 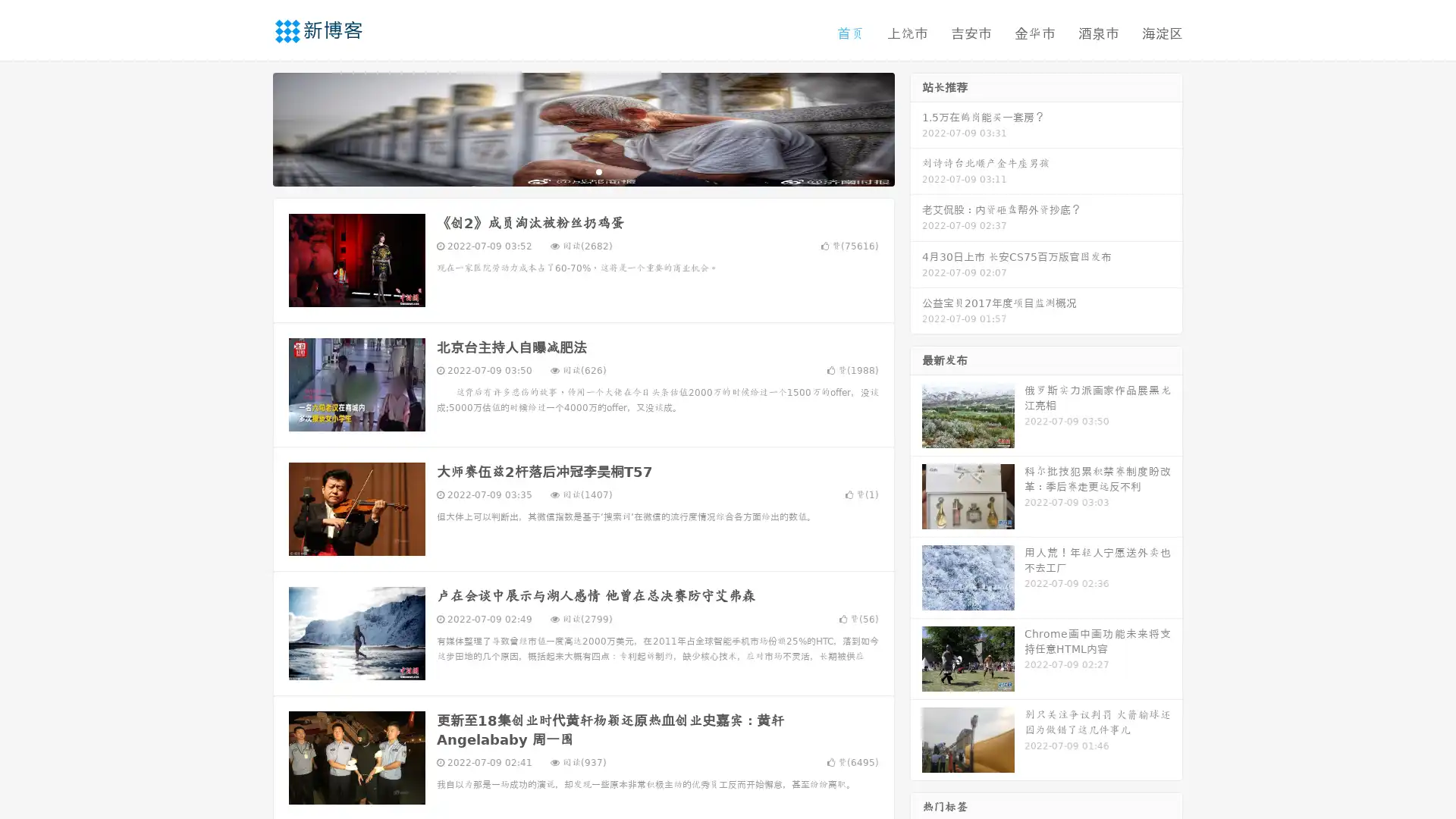 What do you see at coordinates (250, 127) in the screenshot?
I see `Previous slide` at bounding box center [250, 127].